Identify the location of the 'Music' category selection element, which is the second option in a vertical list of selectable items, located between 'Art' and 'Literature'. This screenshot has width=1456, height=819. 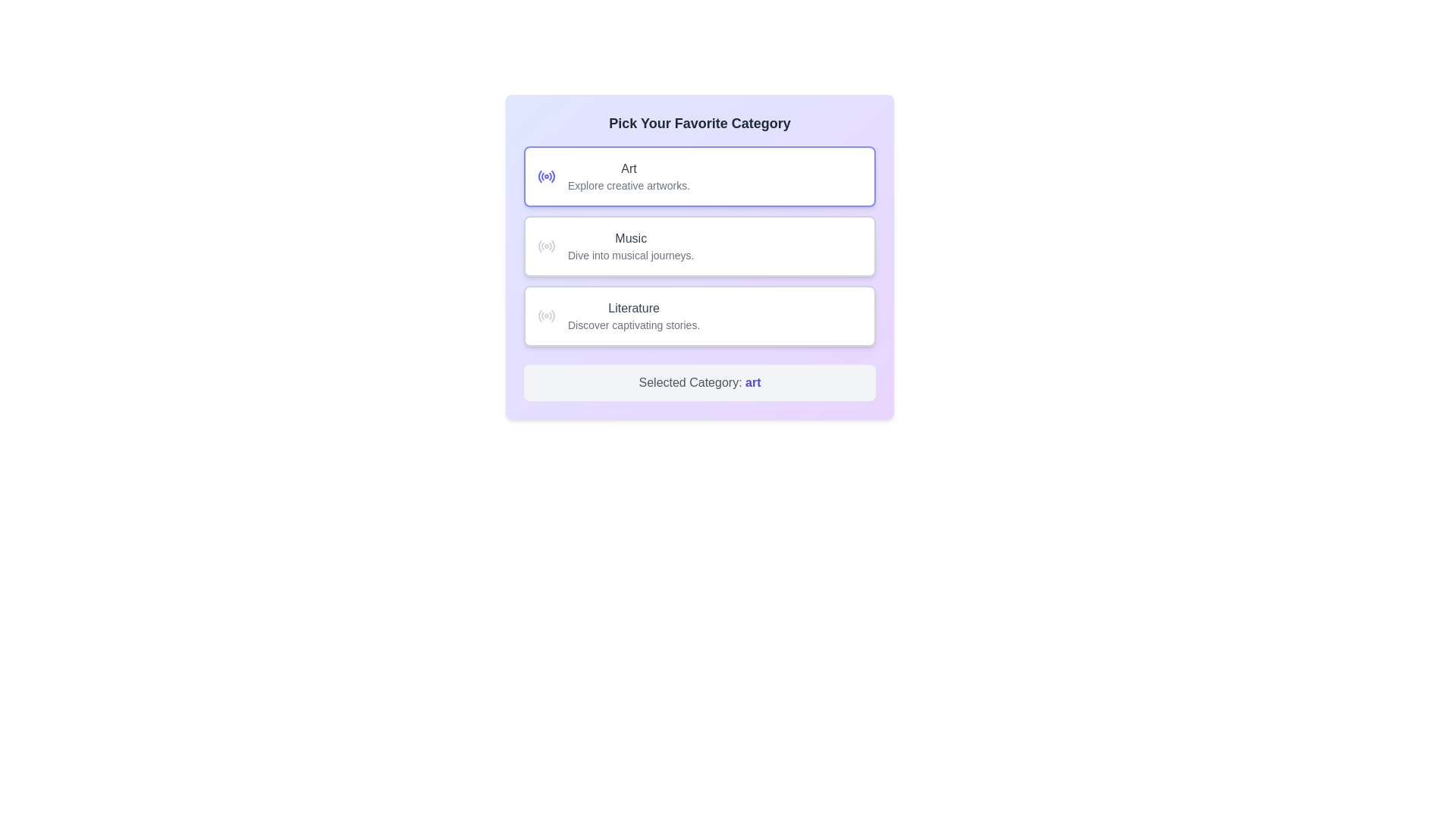
(631, 245).